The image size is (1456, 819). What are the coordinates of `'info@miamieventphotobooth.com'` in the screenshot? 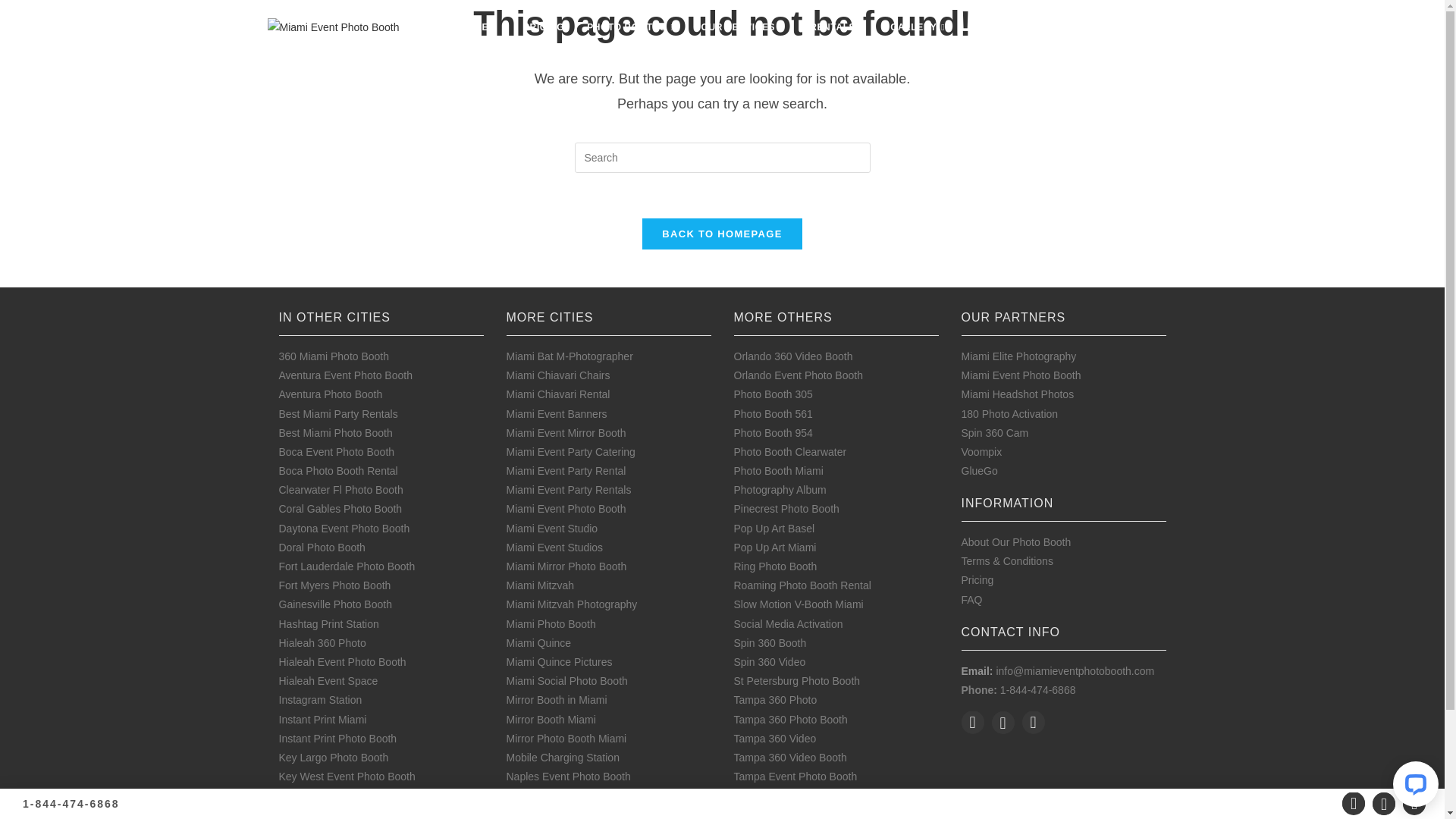 It's located at (996, 670).